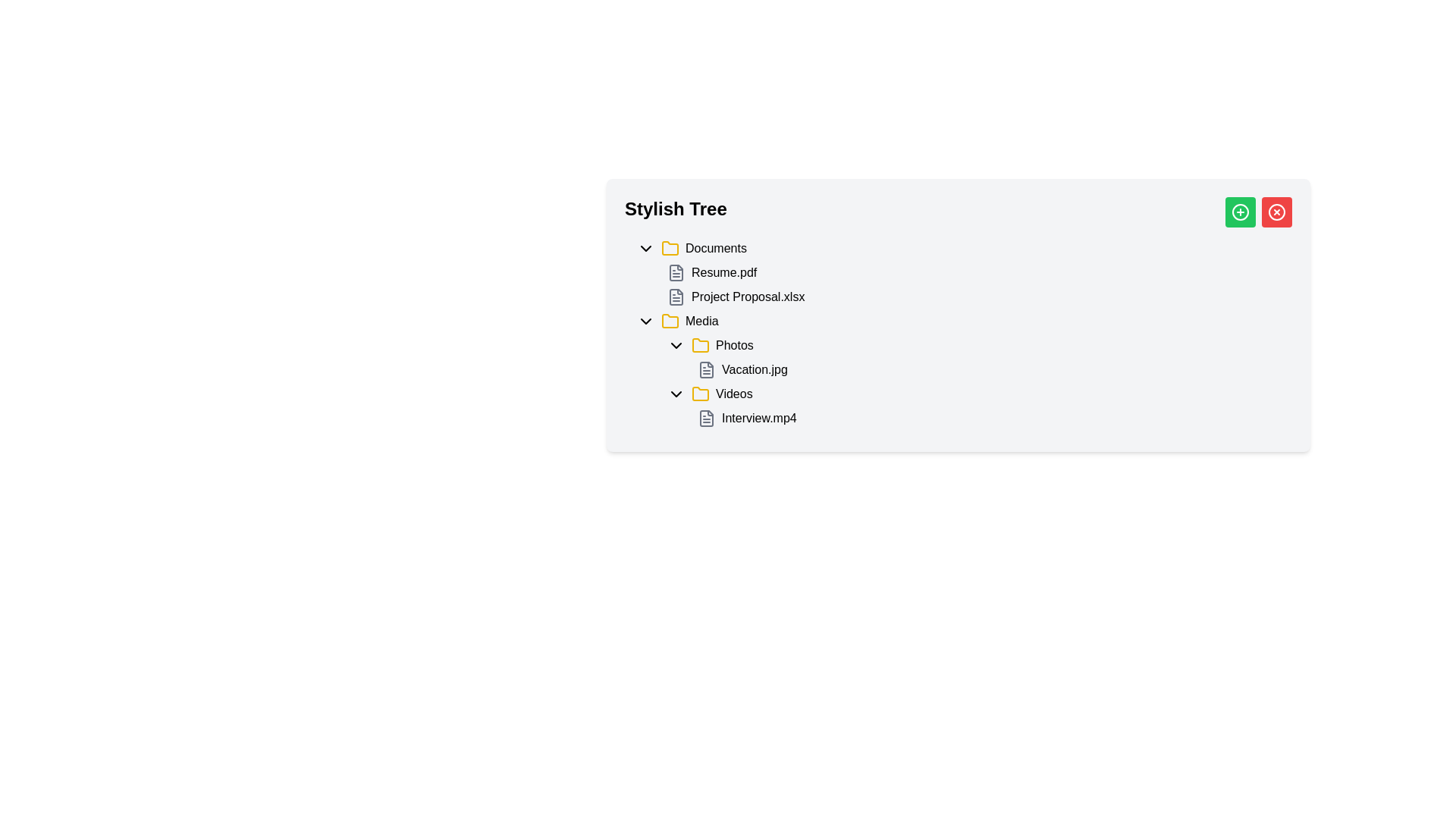 The image size is (1456, 819). What do you see at coordinates (645, 321) in the screenshot?
I see `the downward-pointing chevron icon next to the 'Media' label` at bounding box center [645, 321].